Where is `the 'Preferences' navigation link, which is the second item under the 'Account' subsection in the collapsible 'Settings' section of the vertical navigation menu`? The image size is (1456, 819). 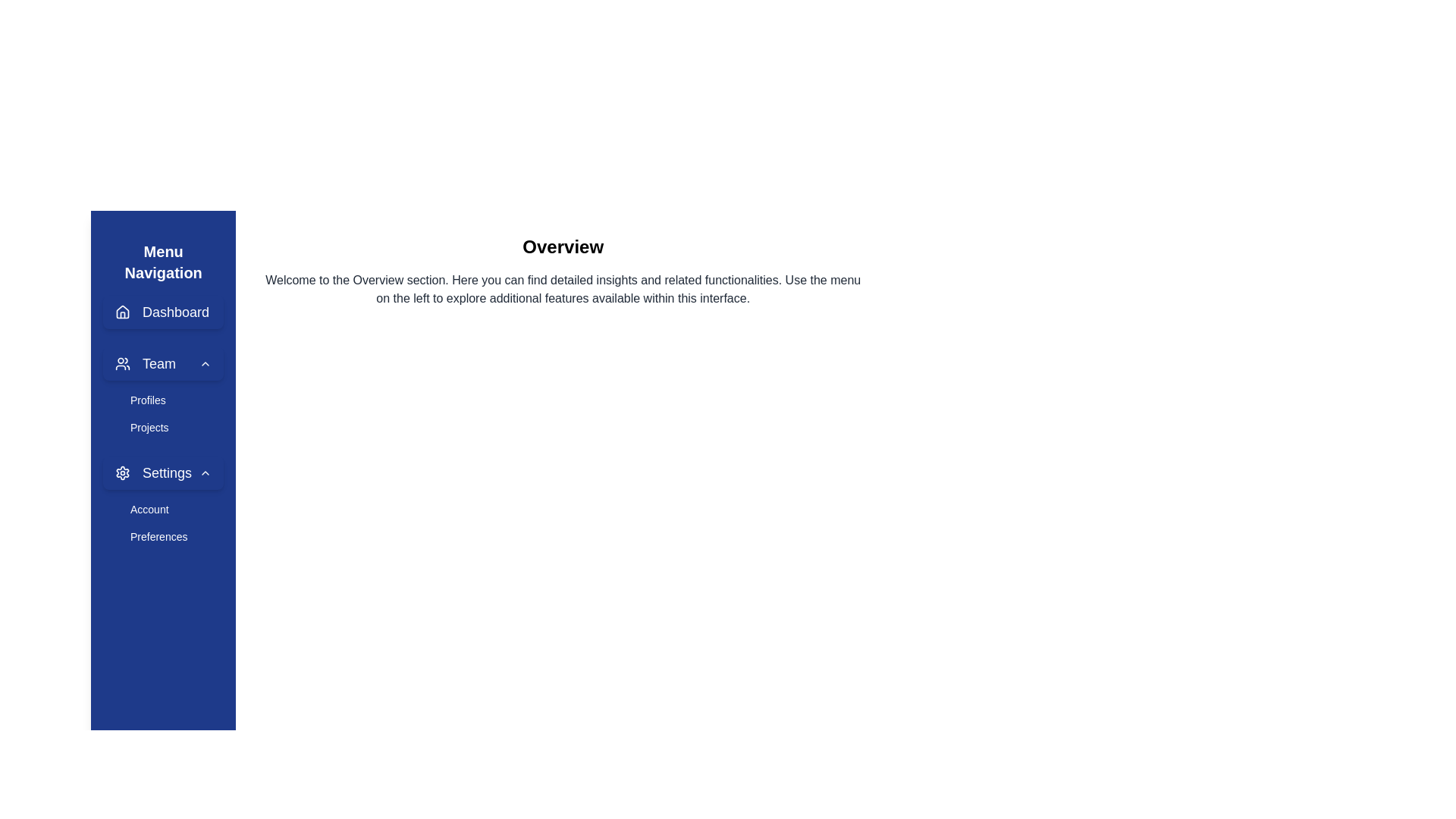 the 'Preferences' navigation link, which is the second item under the 'Account' subsection in the collapsible 'Settings' section of the vertical navigation menu is located at coordinates (172, 536).